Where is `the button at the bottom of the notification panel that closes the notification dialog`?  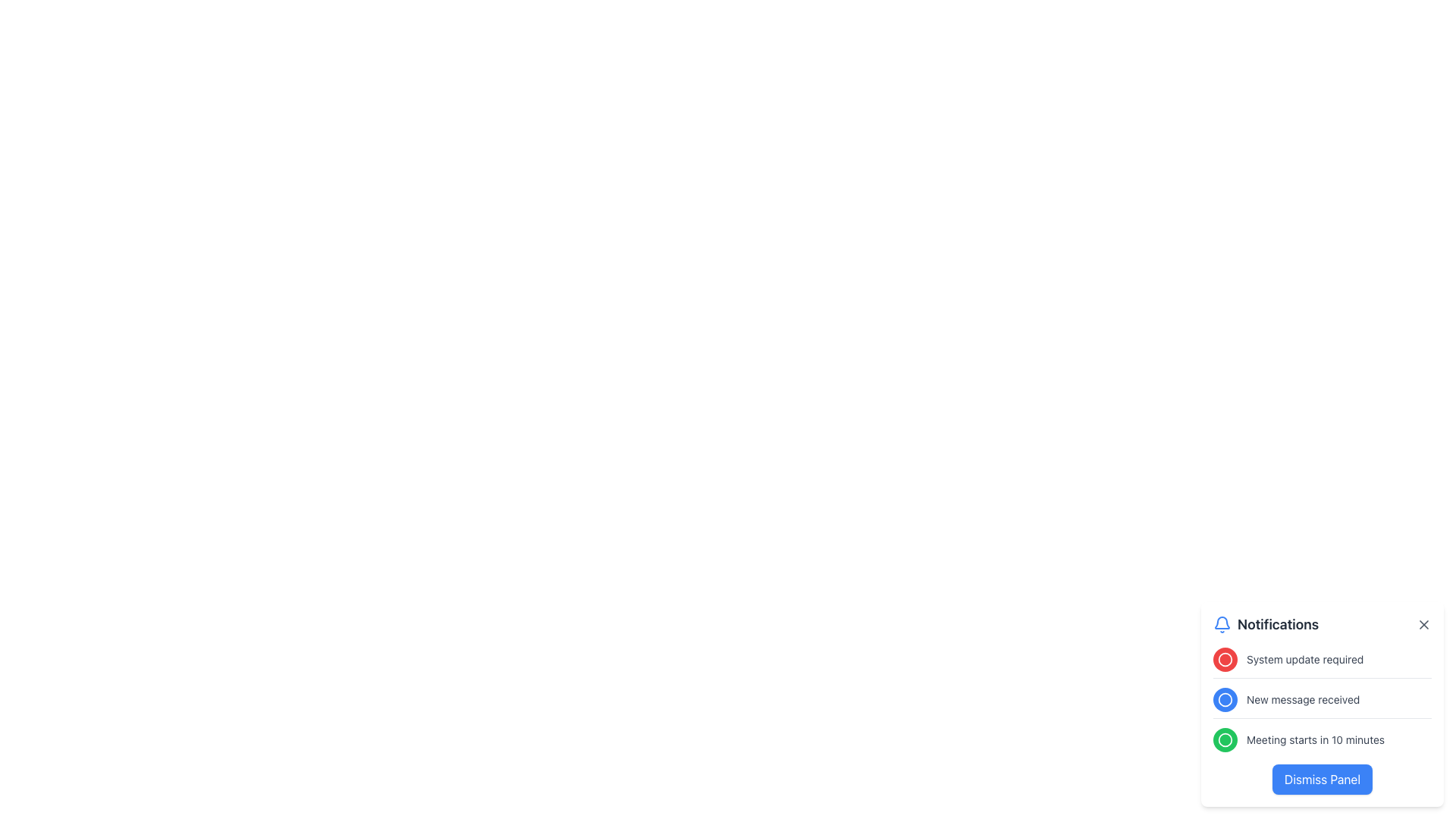 the button at the bottom of the notification panel that closes the notification dialog is located at coordinates (1321, 780).